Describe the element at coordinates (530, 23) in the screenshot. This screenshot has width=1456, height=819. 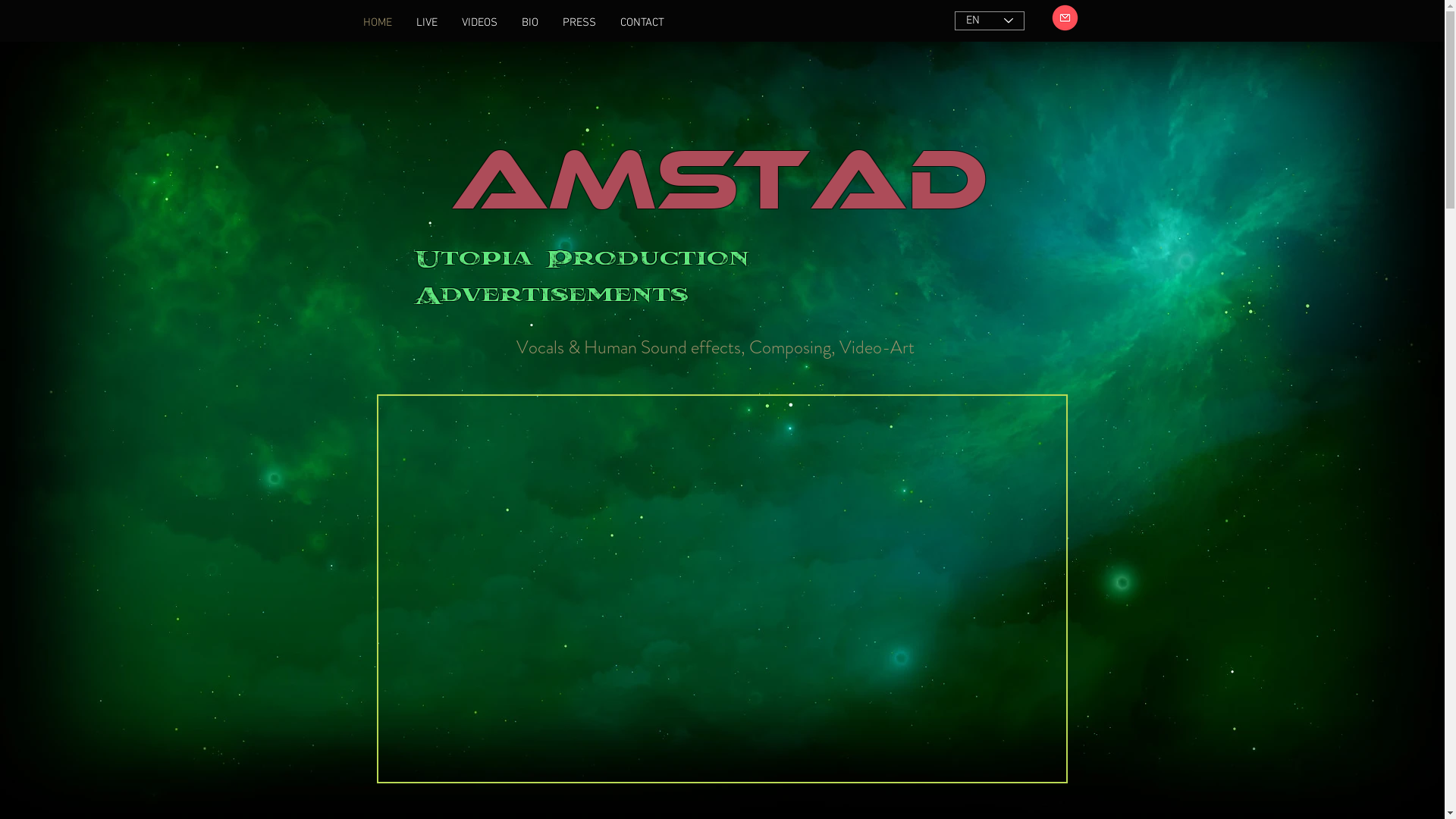
I see `'BIO'` at that location.